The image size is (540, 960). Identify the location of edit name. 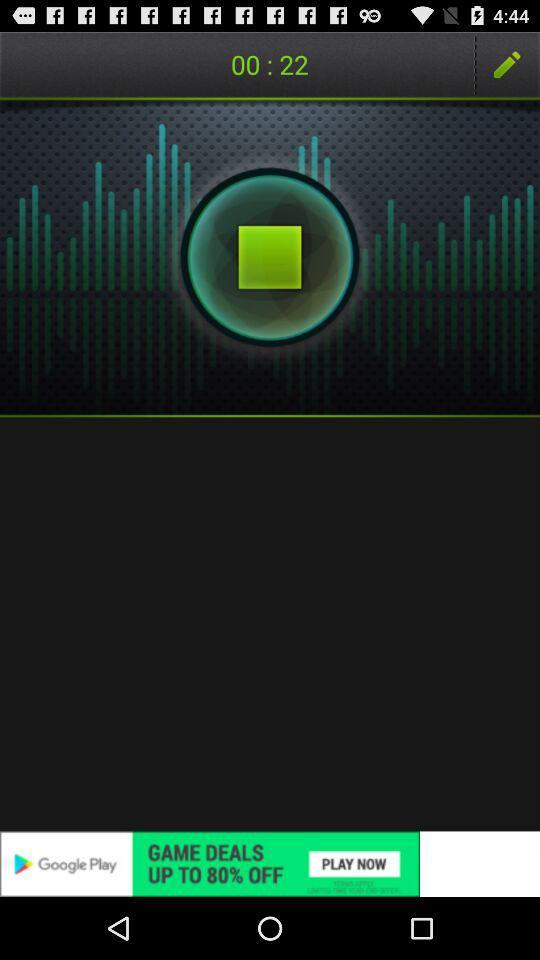
(507, 64).